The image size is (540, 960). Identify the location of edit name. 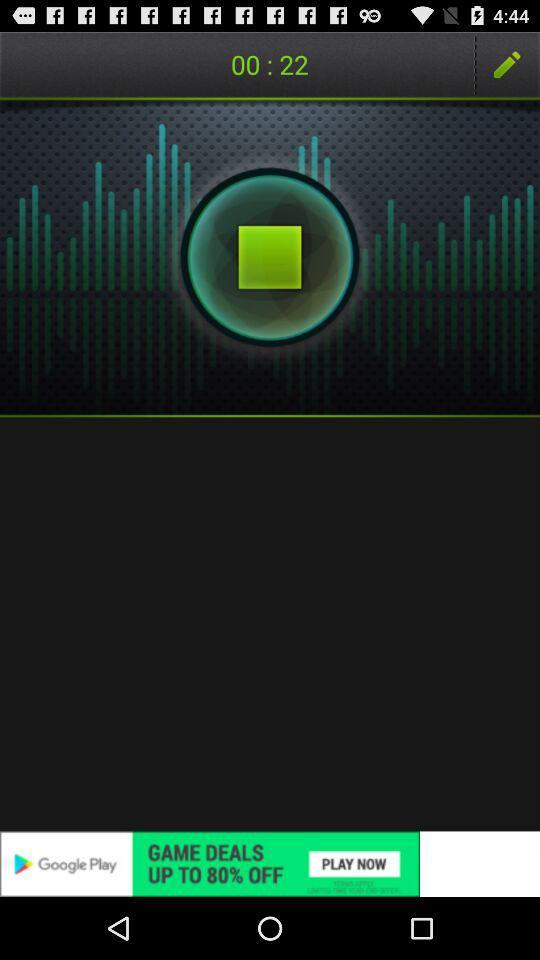
(507, 64).